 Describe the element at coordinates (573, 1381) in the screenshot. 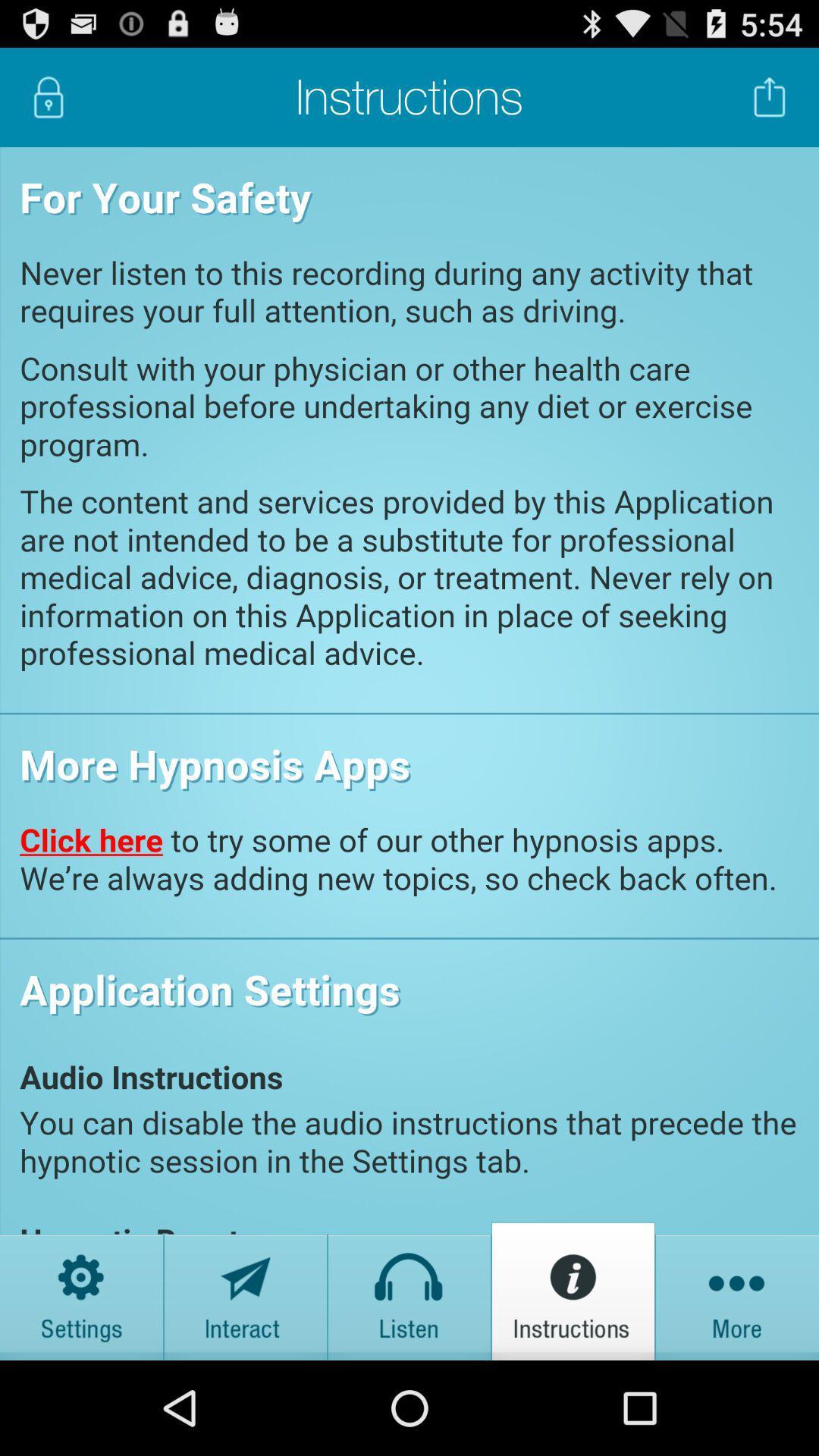

I see `the info icon` at that location.